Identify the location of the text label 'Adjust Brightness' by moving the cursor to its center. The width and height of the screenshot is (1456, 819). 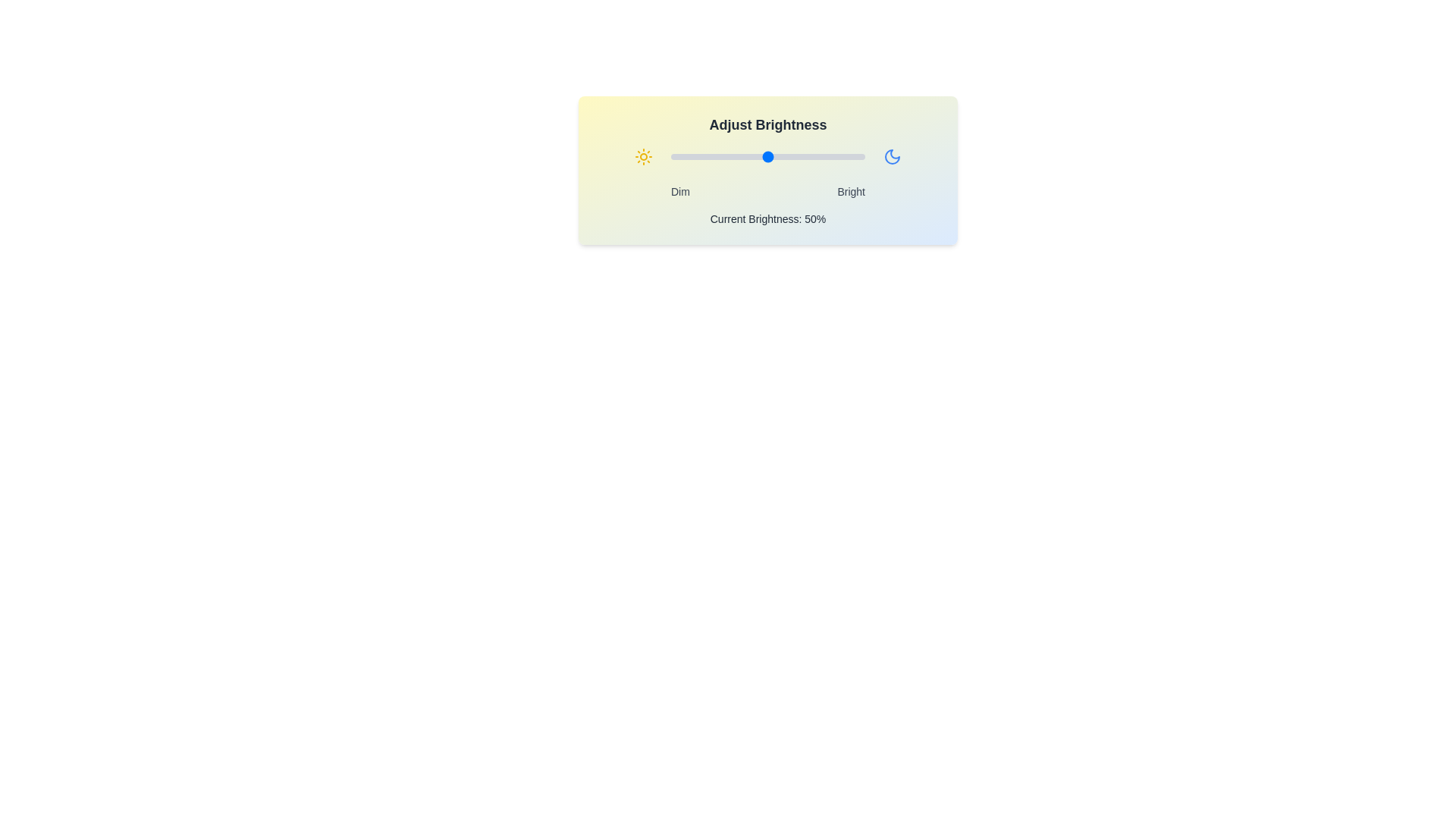
(767, 124).